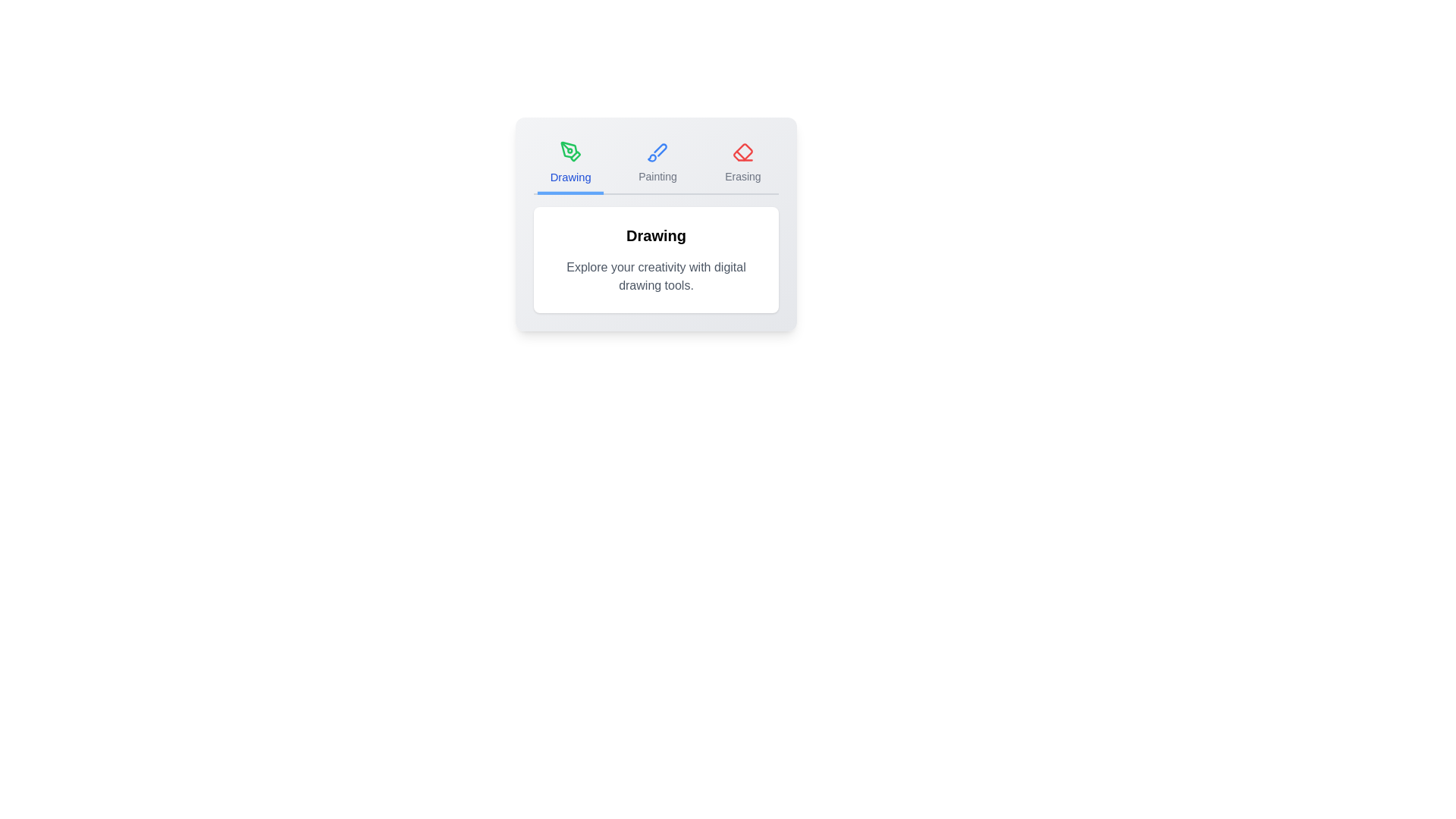 The height and width of the screenshot is (819, 1456). What do you see at coordinates (570, 164) in the screenshot?
I see `the active tab label 'Drawing'` at bounding box center [570, 164].